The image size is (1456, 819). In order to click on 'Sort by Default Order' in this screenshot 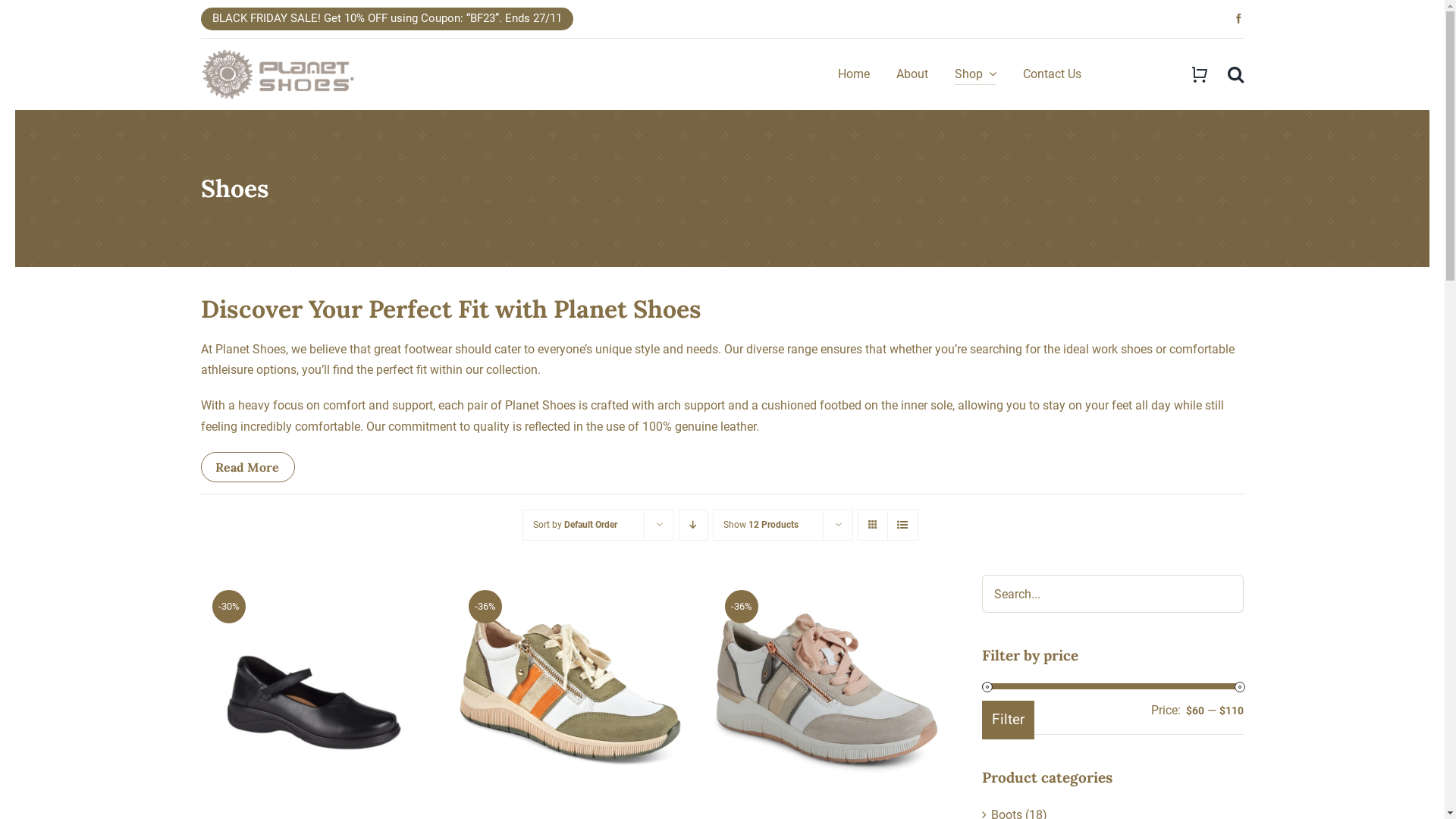, I will do `click(573, 523)`.